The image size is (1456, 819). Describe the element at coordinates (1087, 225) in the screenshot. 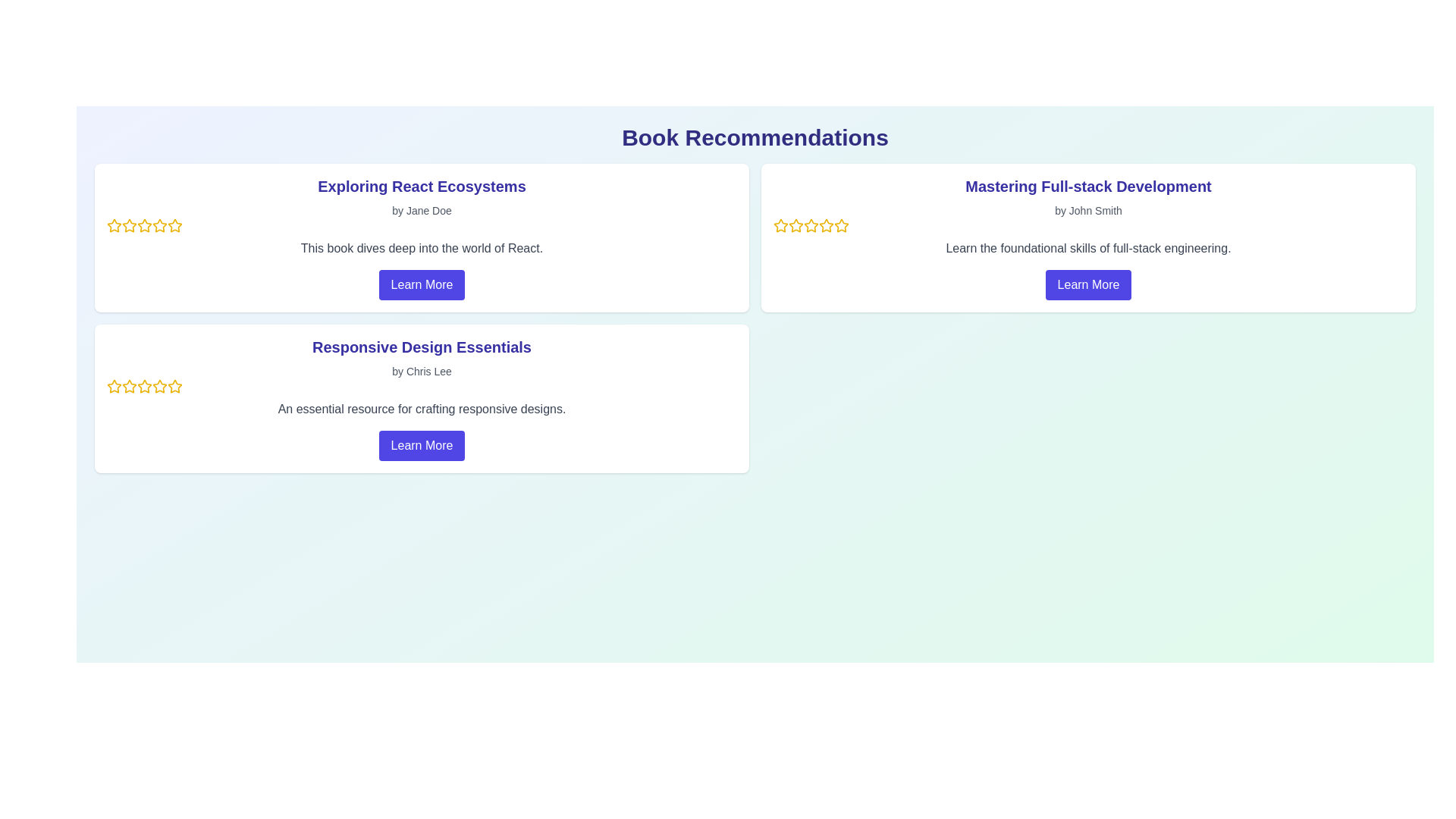

I see `visual indication of the star rating interface located in the yellow star rating section under the card titled 'Mastering Full-stack Development', positioned centrally beneath 'by John Smith'` at that location.